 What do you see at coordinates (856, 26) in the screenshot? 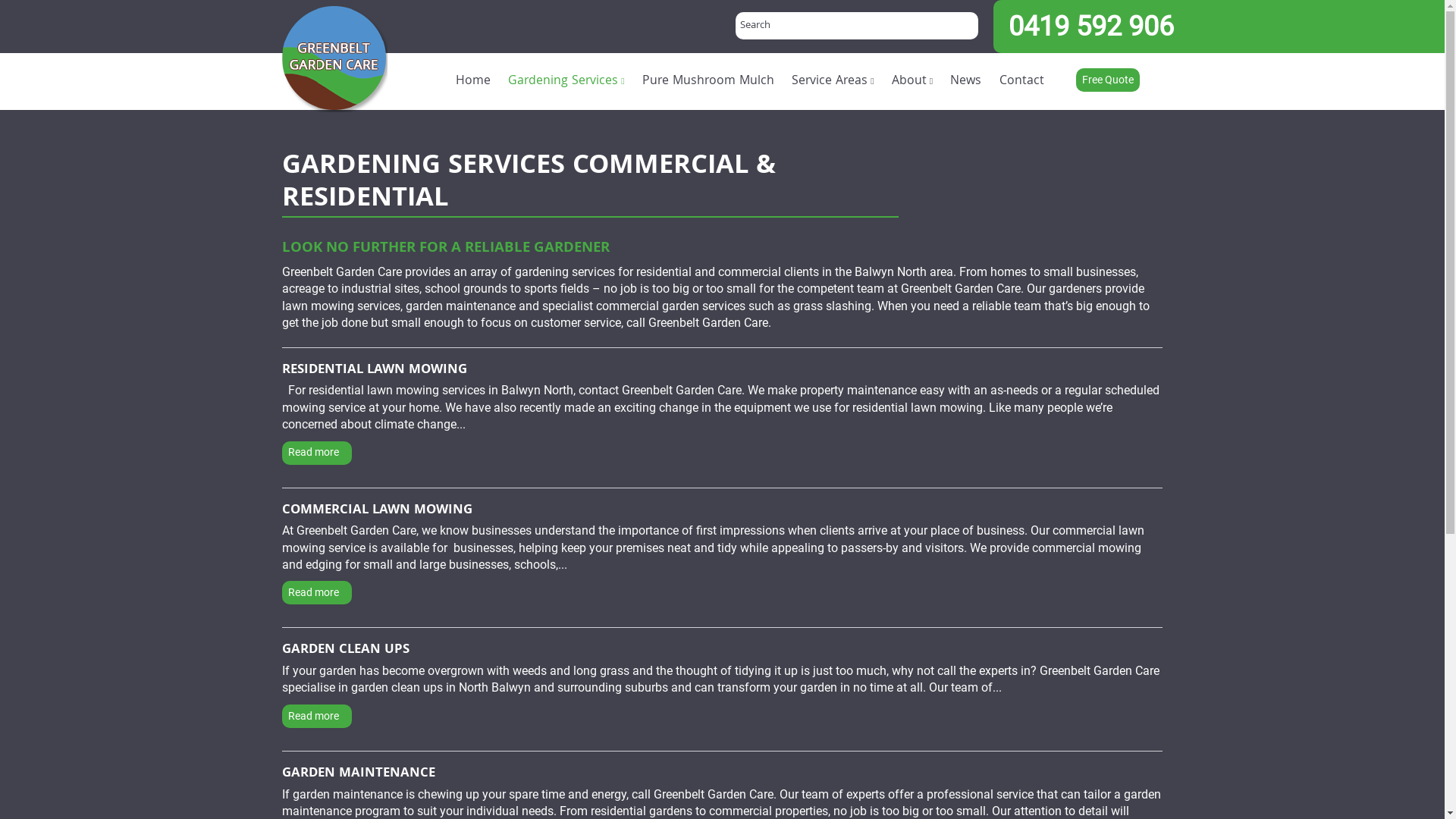
I see `'Search for:'` at bounding box center [856, 26].